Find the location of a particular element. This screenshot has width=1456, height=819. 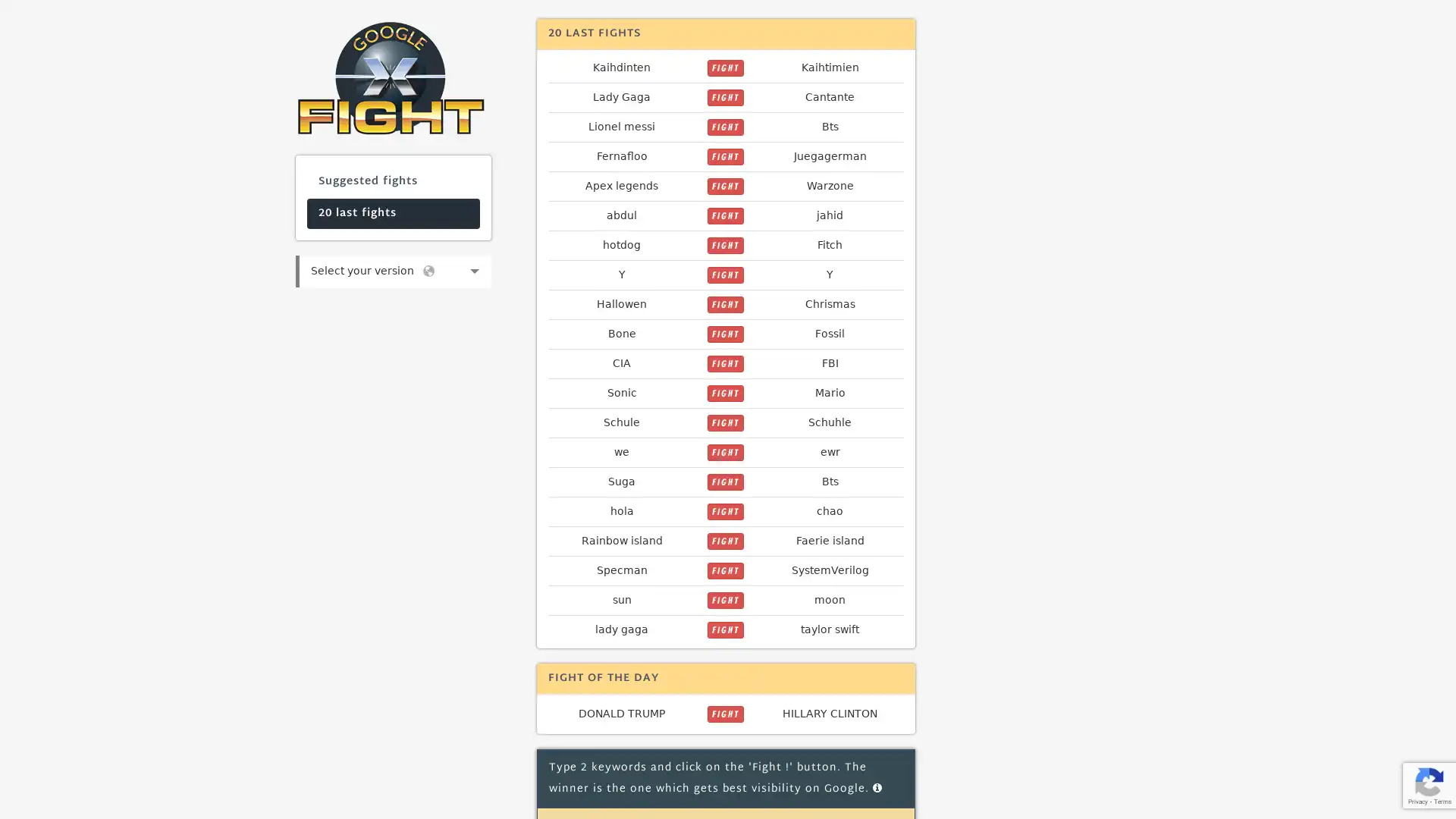

FIGHT is located at coordinates (724, 363).